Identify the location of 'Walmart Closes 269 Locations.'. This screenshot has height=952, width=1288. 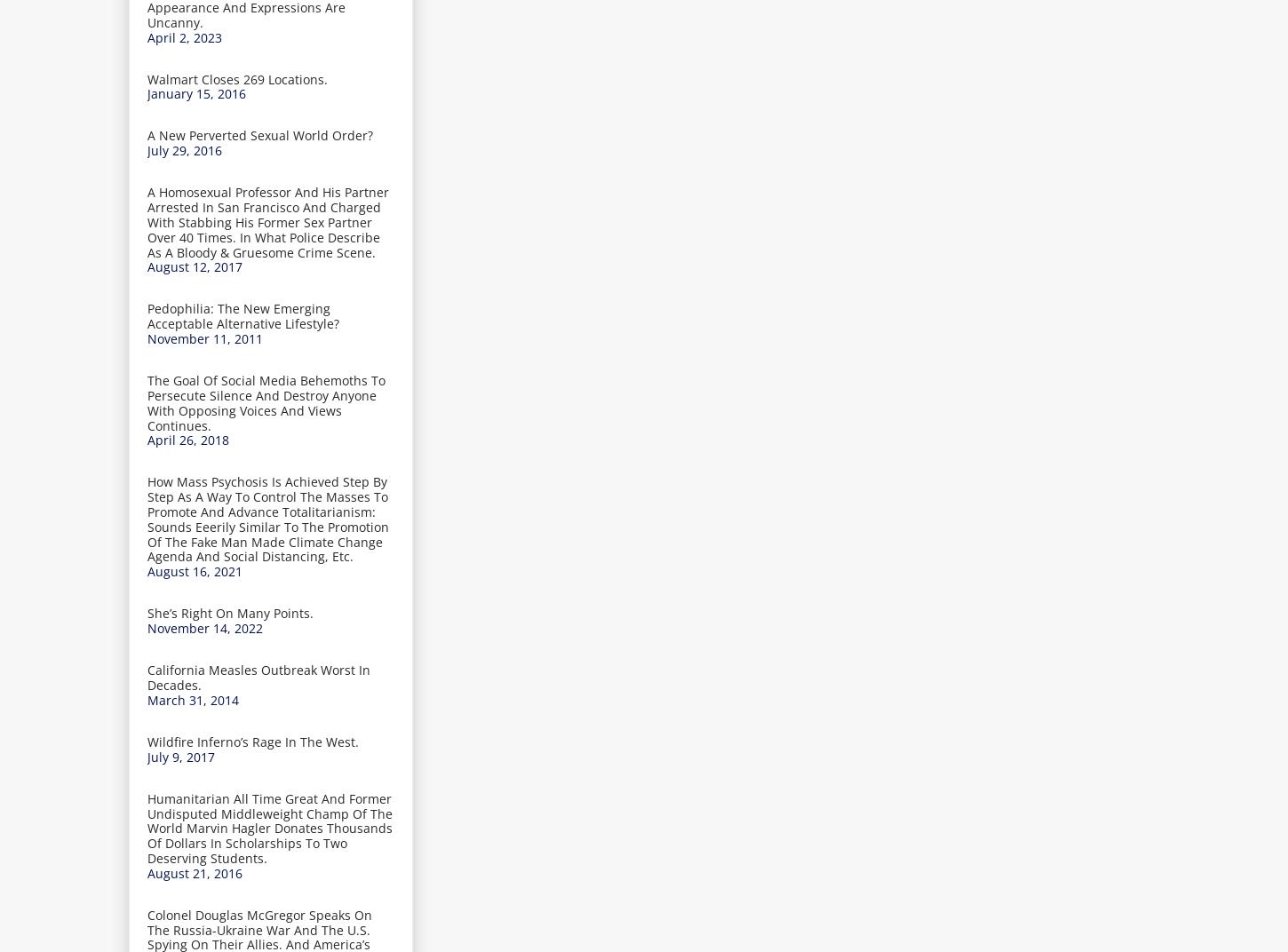
(237, 78).